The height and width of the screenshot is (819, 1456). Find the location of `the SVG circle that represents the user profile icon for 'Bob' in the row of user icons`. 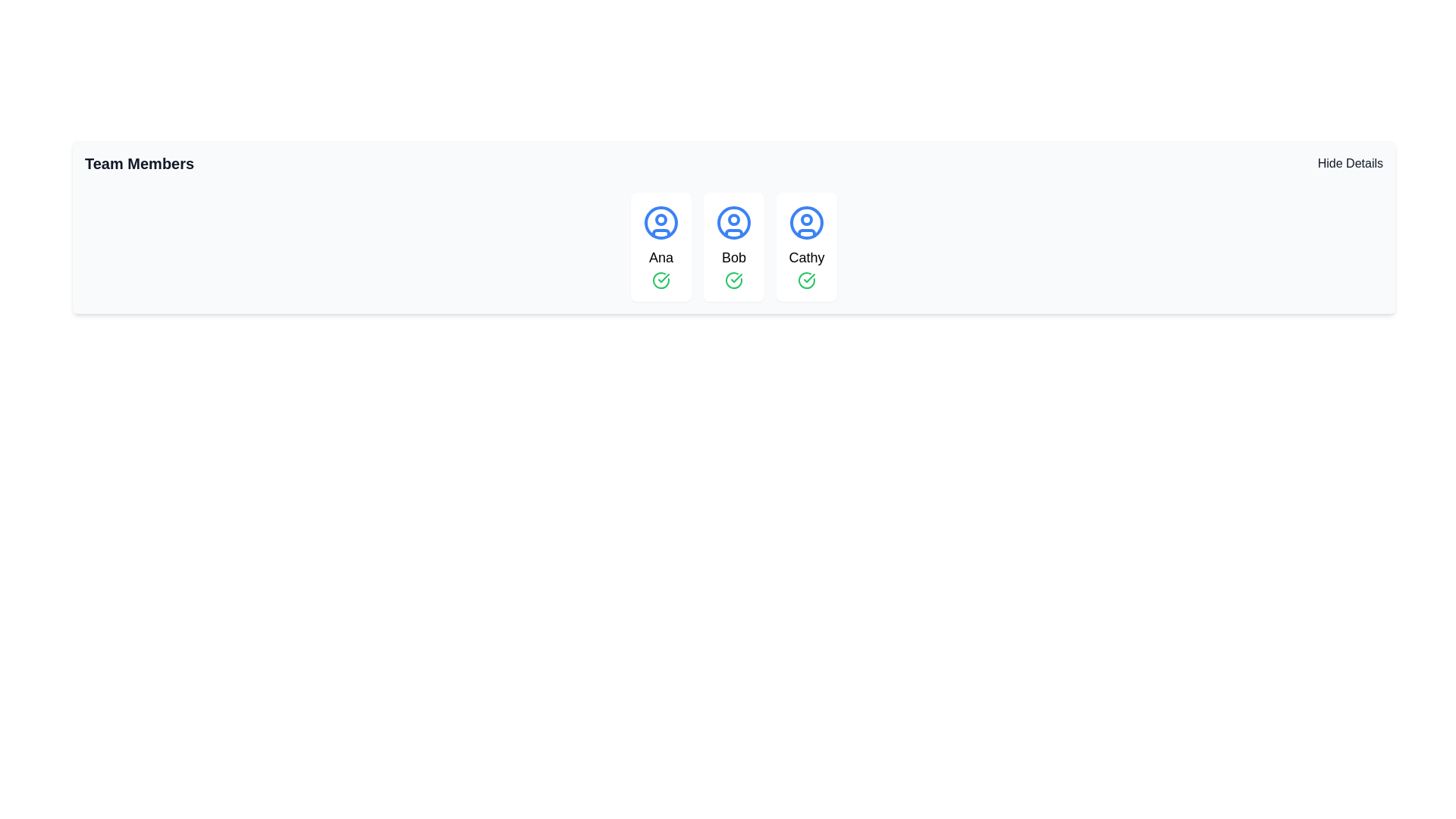

the SVG circle that represents the user profile icon for 'Bob' in the row of user icons is located at coordinates (734, 222).